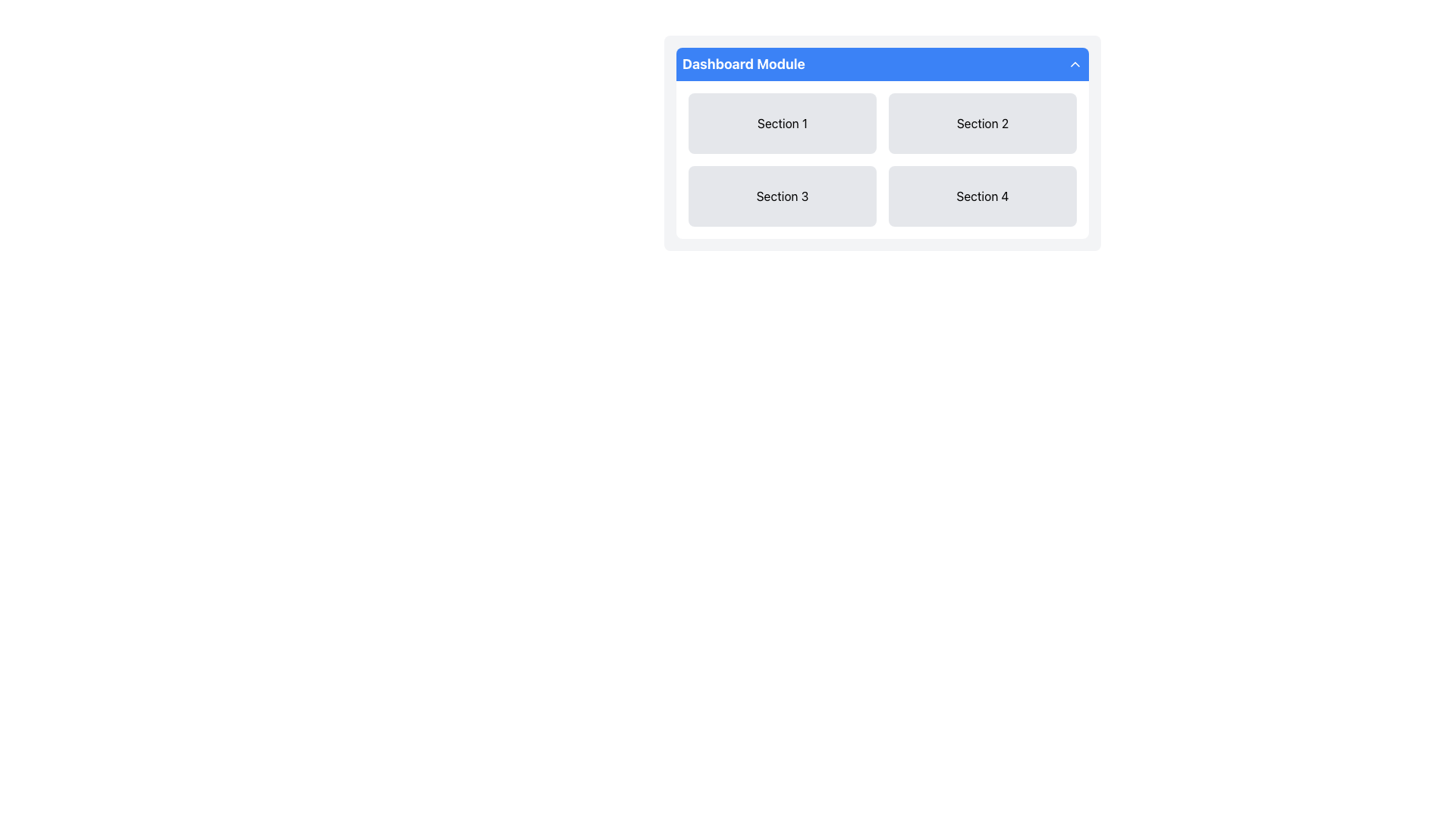  I want to click on the 'Section 3' button, so click(783, 195).